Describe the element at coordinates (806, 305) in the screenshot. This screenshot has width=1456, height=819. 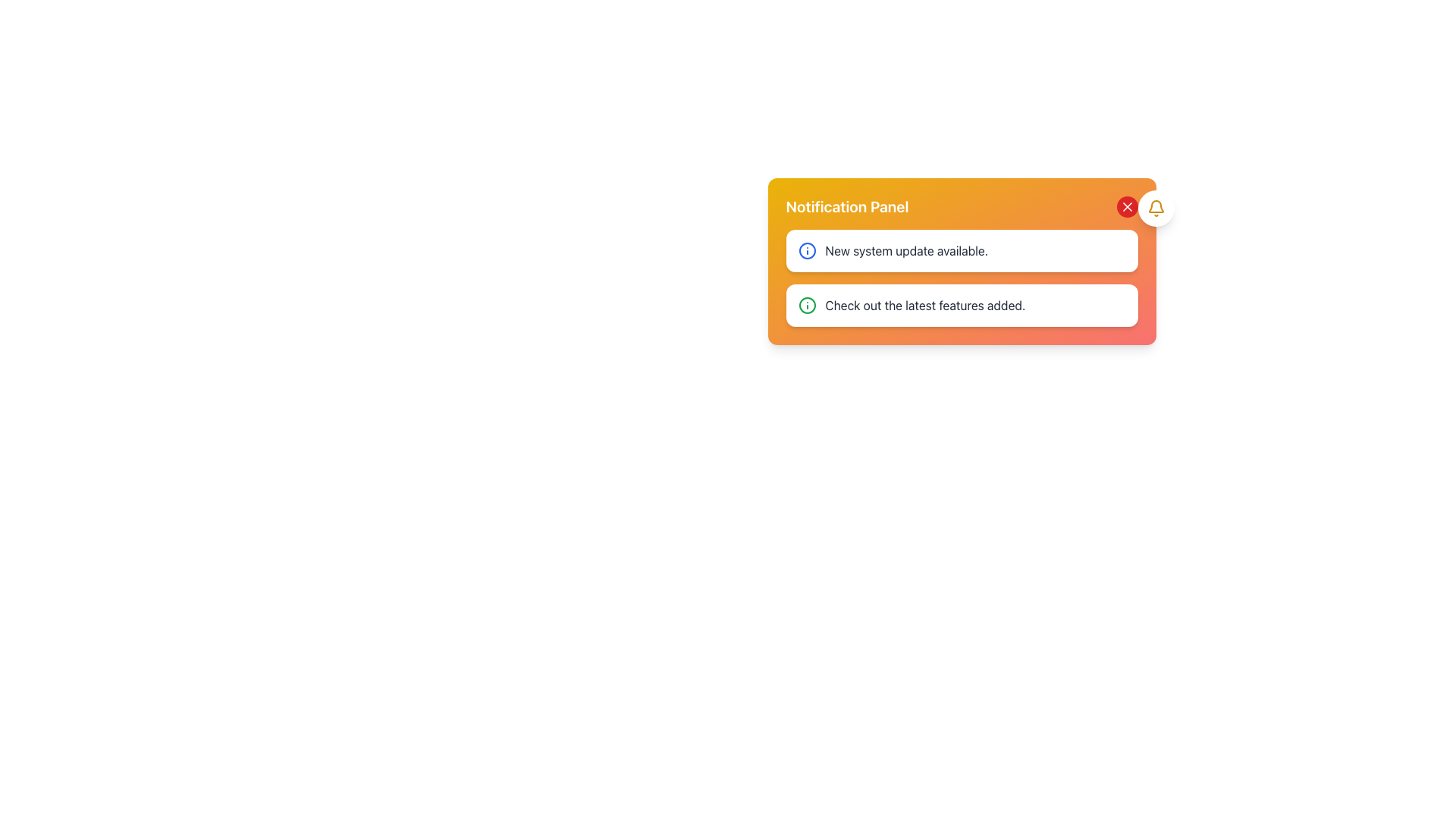
I see `the small circular information icon with a green stroke and white background, located to the left of the text 'Check out the latest features added' in the bottom right corner of the notification card` at that location.